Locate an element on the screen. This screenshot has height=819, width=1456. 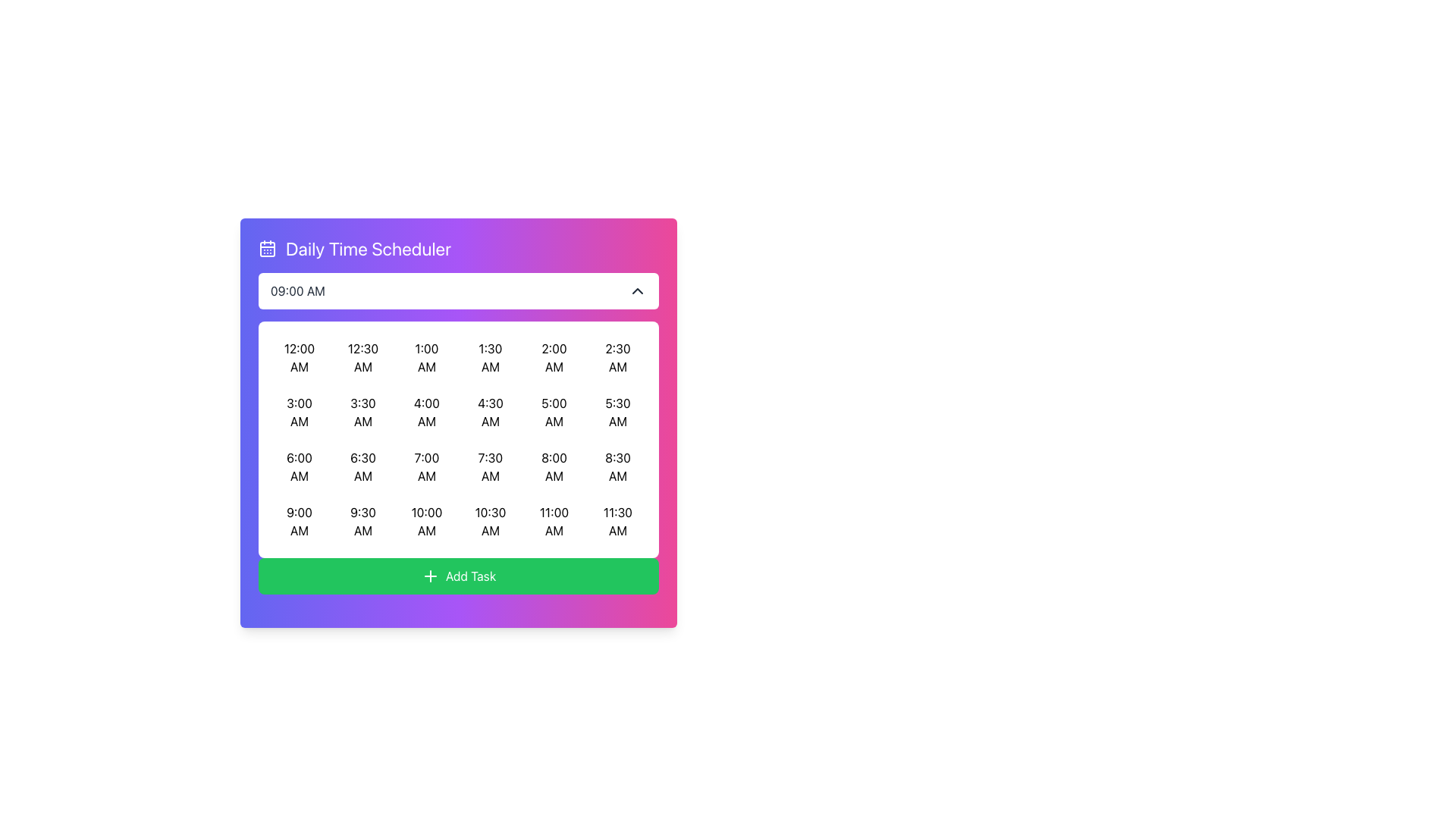
the button labeled '3:00 AM' which is located in the second row, first column of a grid layout is located at coordinates (299, 412).